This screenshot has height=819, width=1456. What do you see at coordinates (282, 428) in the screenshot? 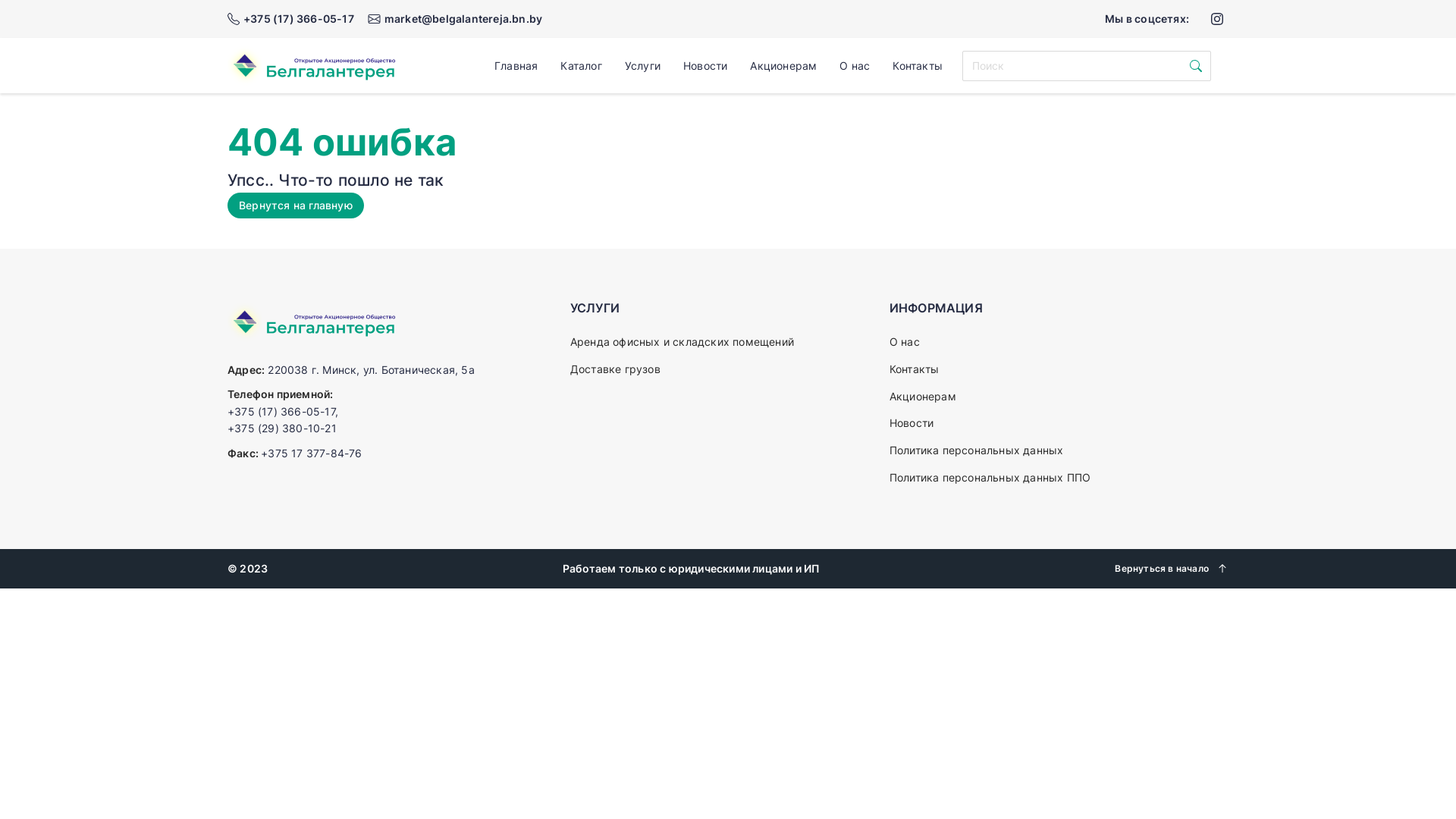
I see `'+375 (29) 380-10-21'` at bounding box center [282, 428].